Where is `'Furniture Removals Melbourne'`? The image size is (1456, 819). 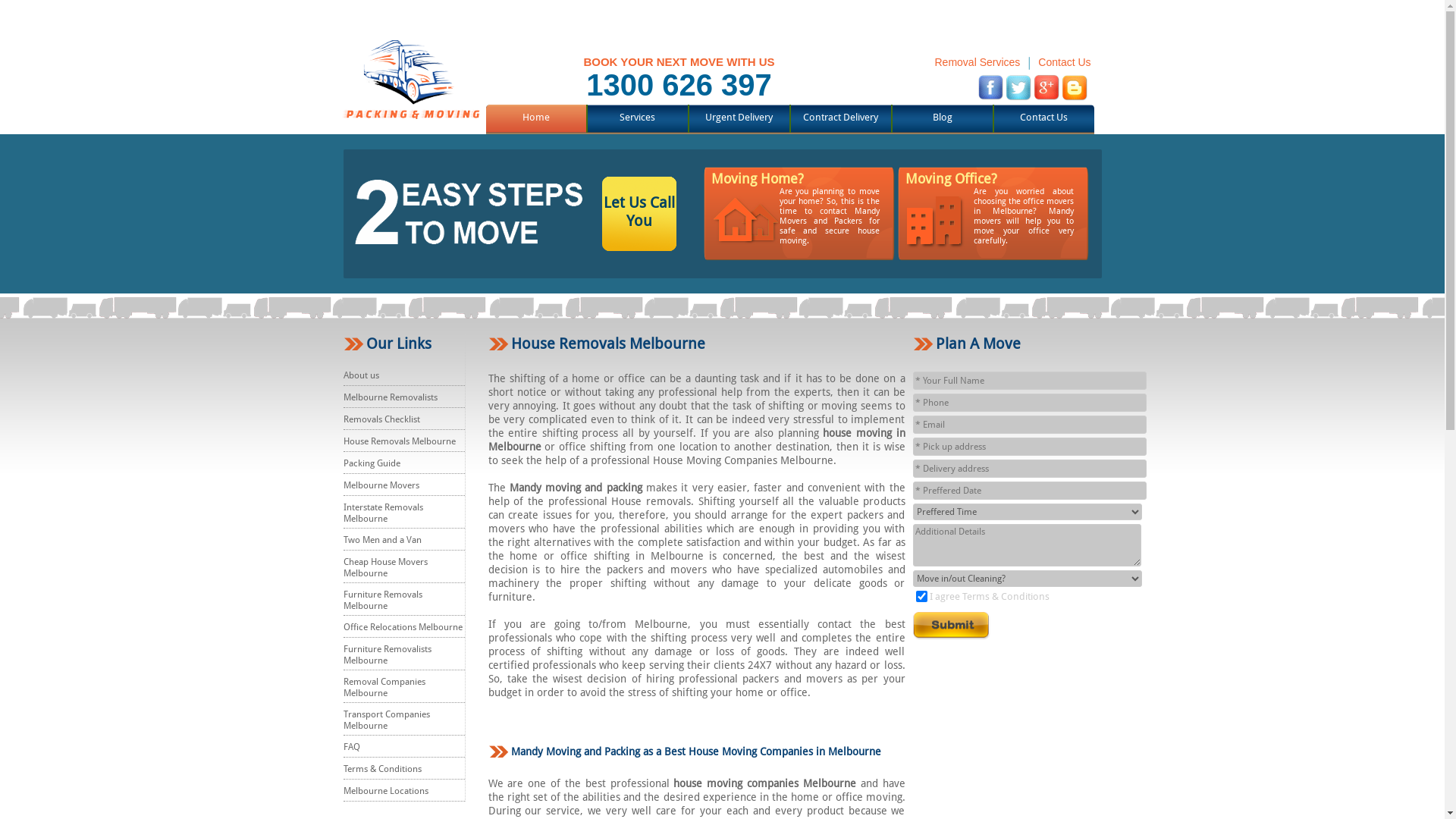
'Furniture Removals Melbourne' is located at coordinates (382, 599).